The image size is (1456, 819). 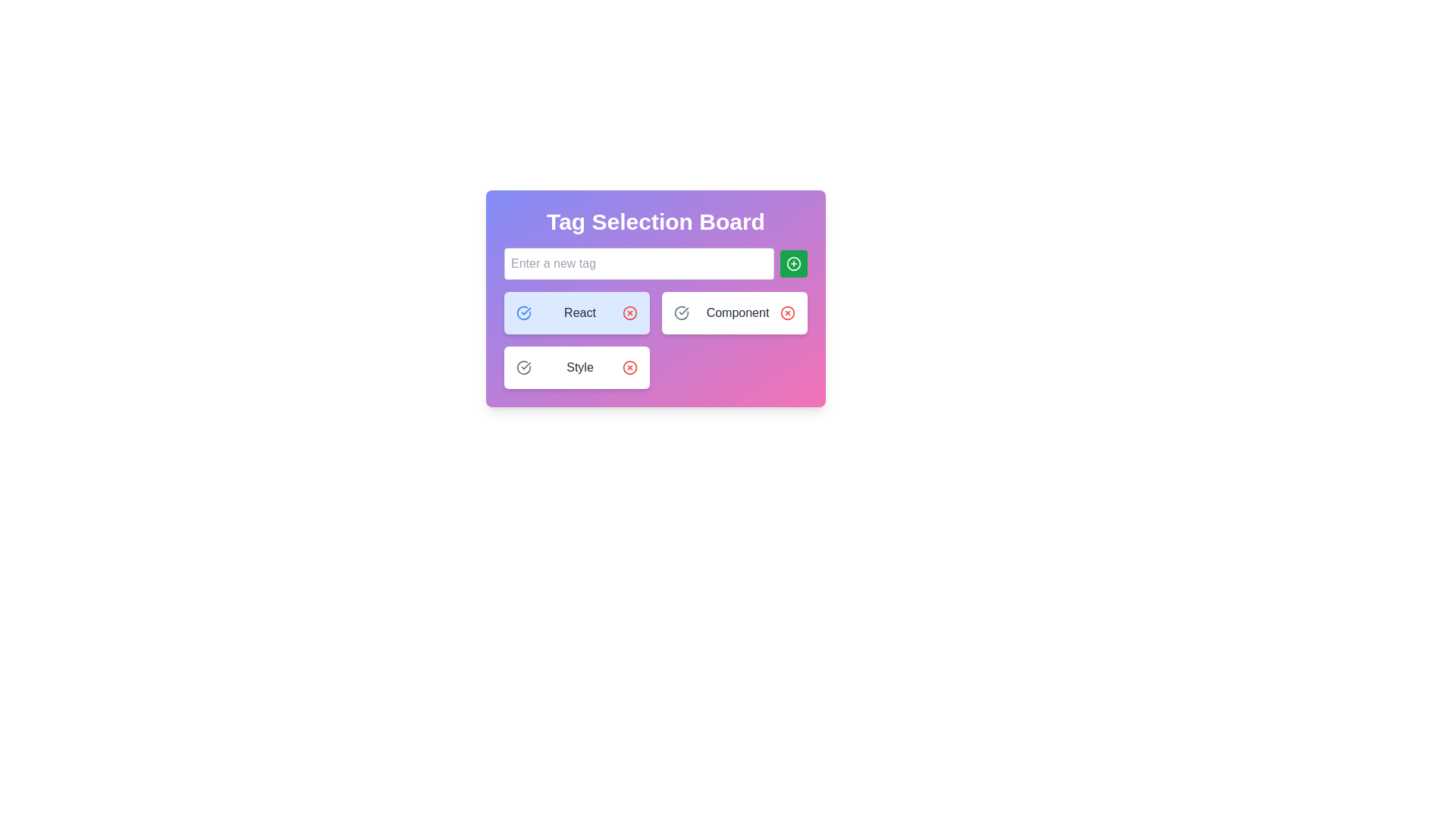 What do you see at coordinates (680, 312) in the screenshot?
I see `the checkmark icon within a circular outline, located to the left of the text 'Component'` at bounding box center [680, 312].